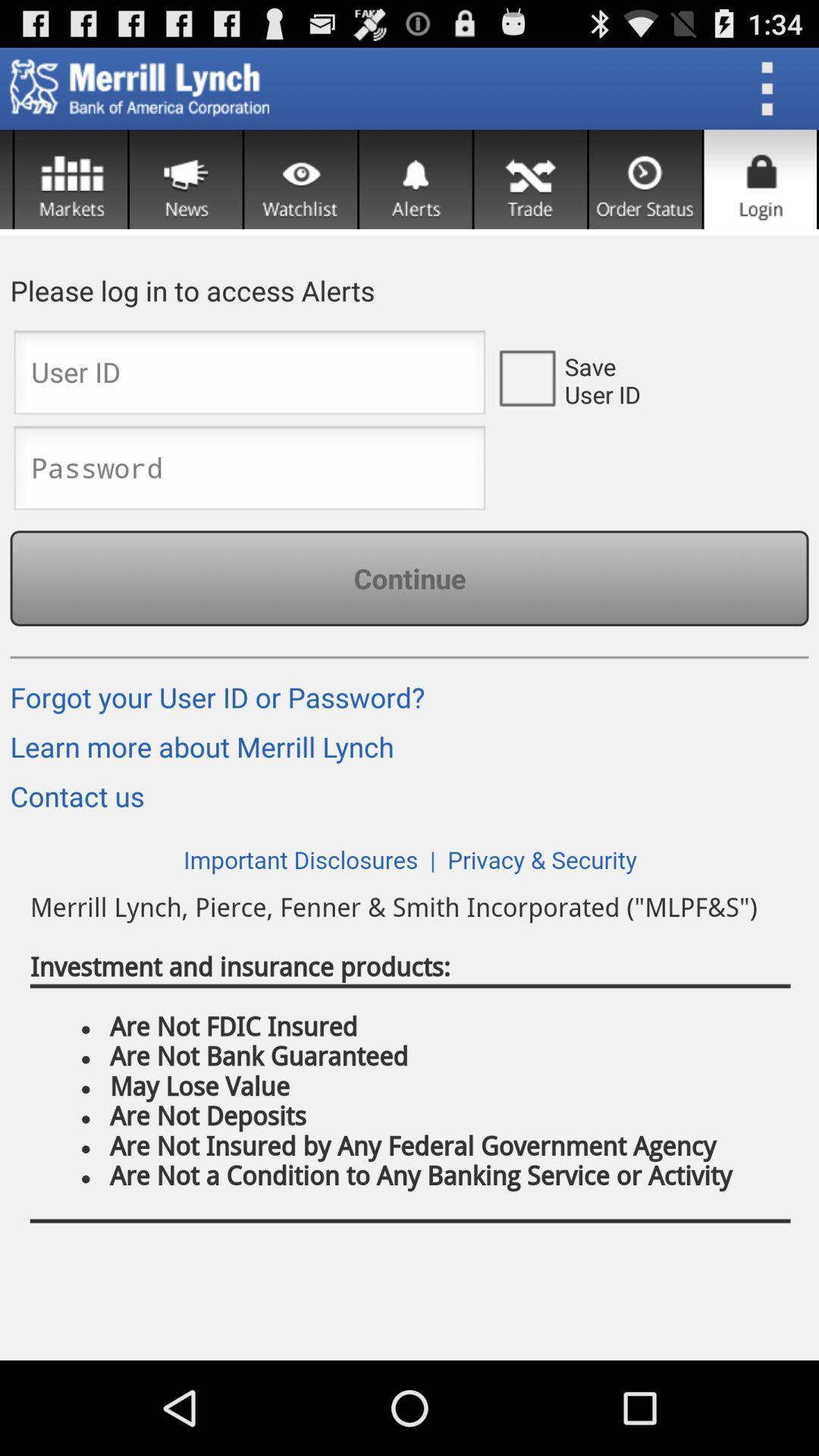 This screenshot has width=819, height=1456. I want to click on login to app, so click(760, 179).